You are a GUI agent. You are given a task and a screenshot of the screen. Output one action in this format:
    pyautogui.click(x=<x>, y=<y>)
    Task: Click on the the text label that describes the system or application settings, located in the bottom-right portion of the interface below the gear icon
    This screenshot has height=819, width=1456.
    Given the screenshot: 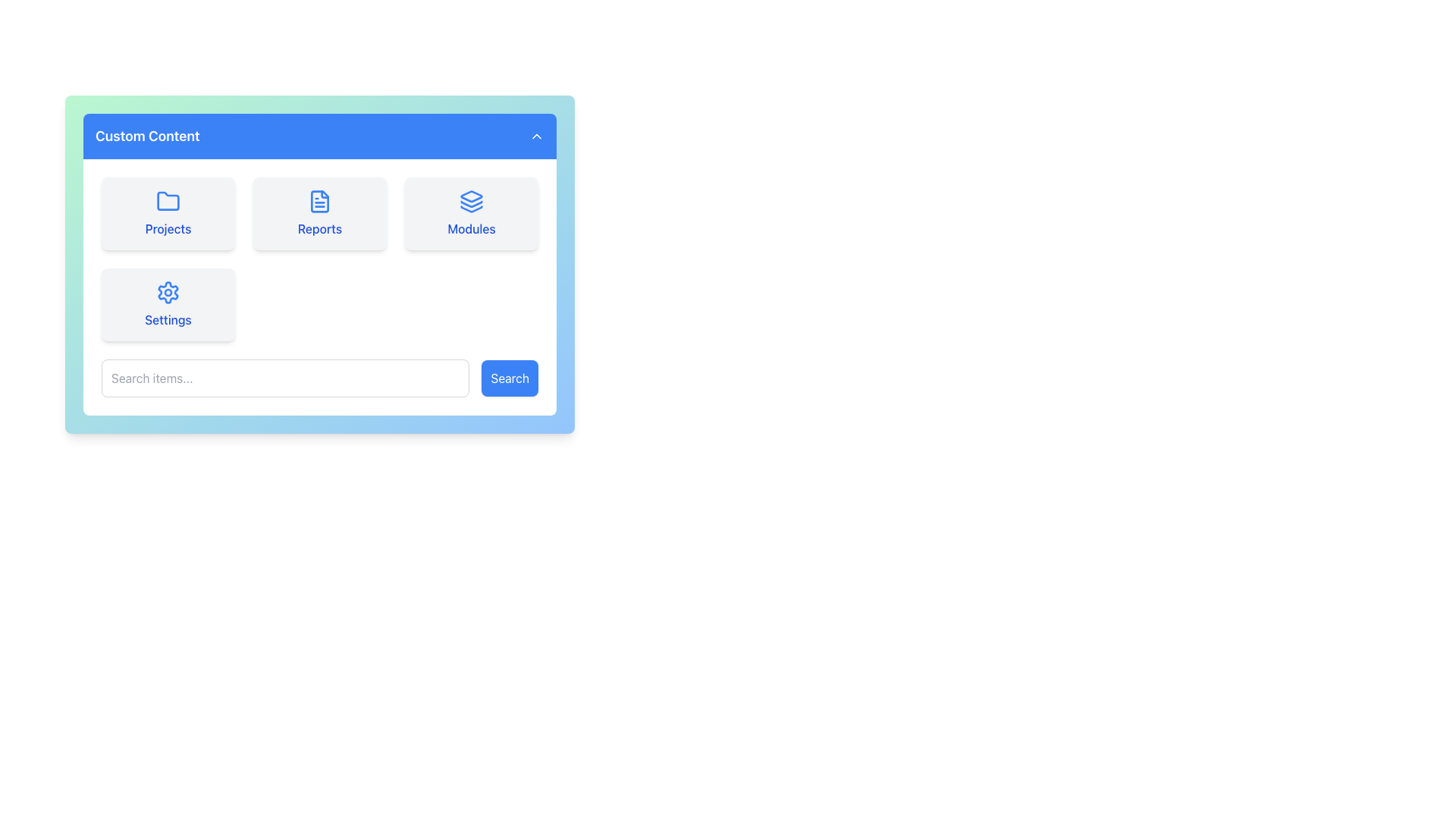 What is the action you would take?
    pyautogui.click(x=168, y=318)
    